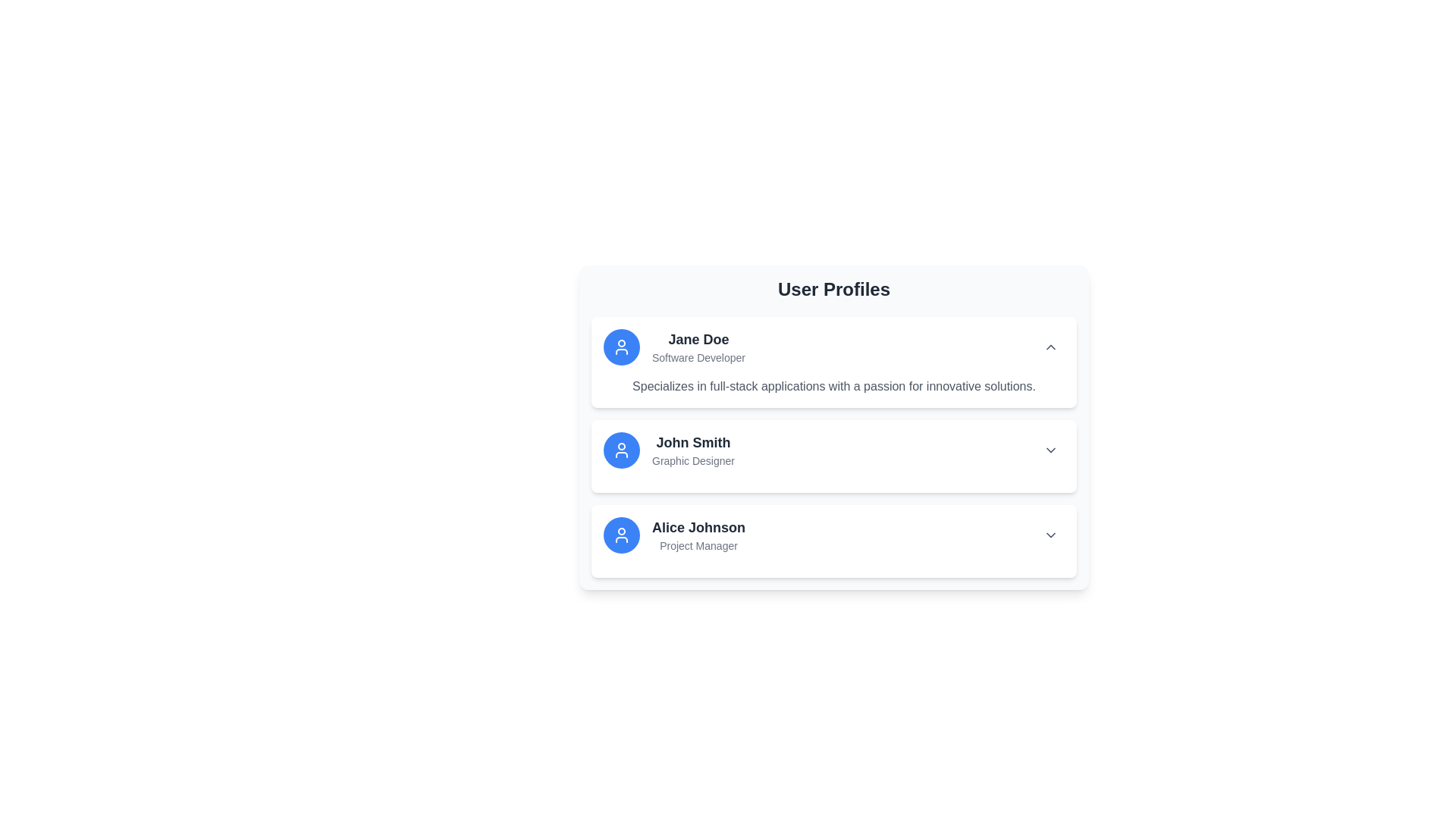 The height and width of the screenshot is (819, 1456). Describe the element at coordinates (1050, 347) in the screenshot. I see `the icon-based button that allows users to toggle detailed information for 'Jane Doe - Software Developer'` at that location.